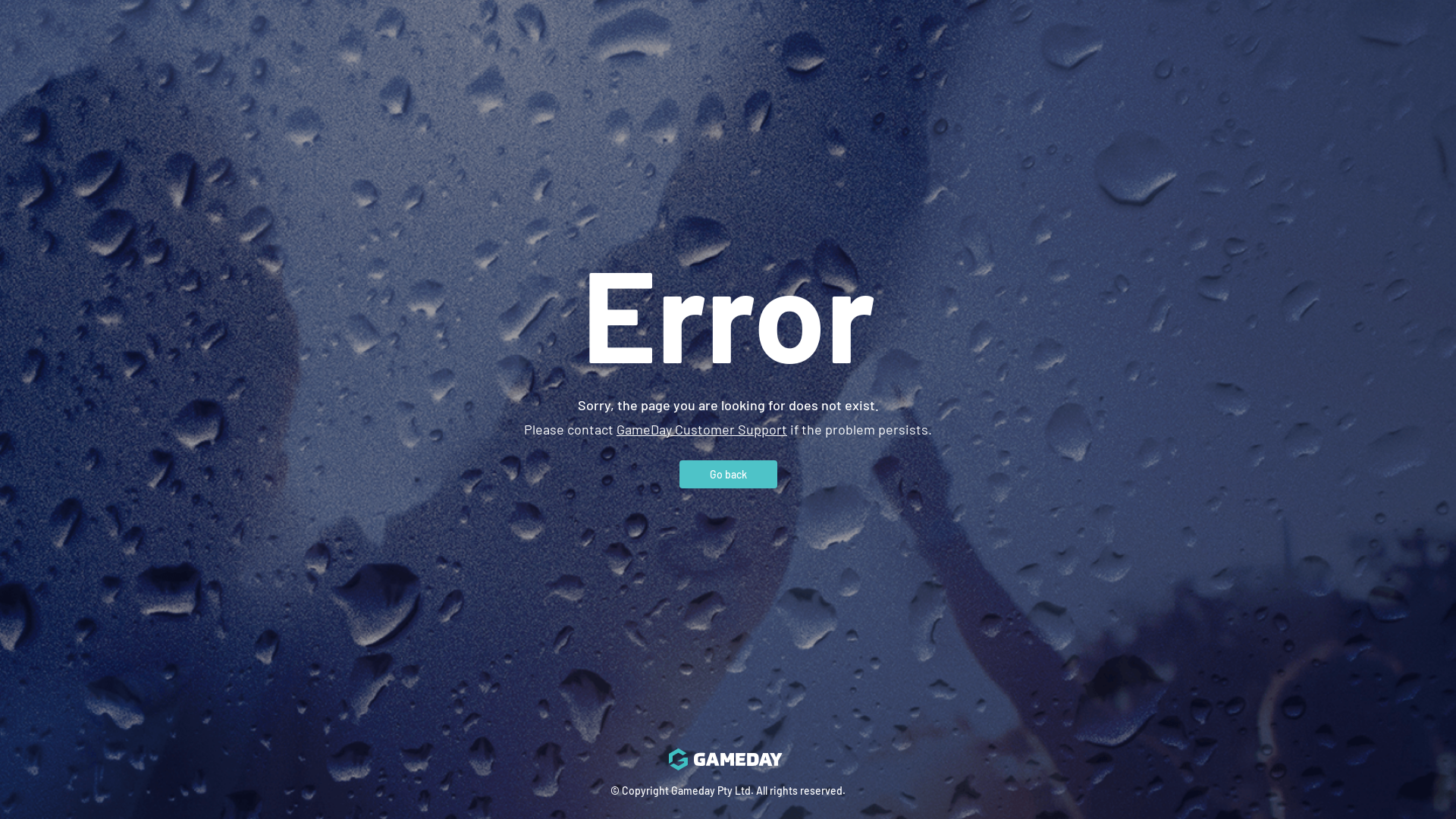  I want to click on 'Go back', so click(728, 472).